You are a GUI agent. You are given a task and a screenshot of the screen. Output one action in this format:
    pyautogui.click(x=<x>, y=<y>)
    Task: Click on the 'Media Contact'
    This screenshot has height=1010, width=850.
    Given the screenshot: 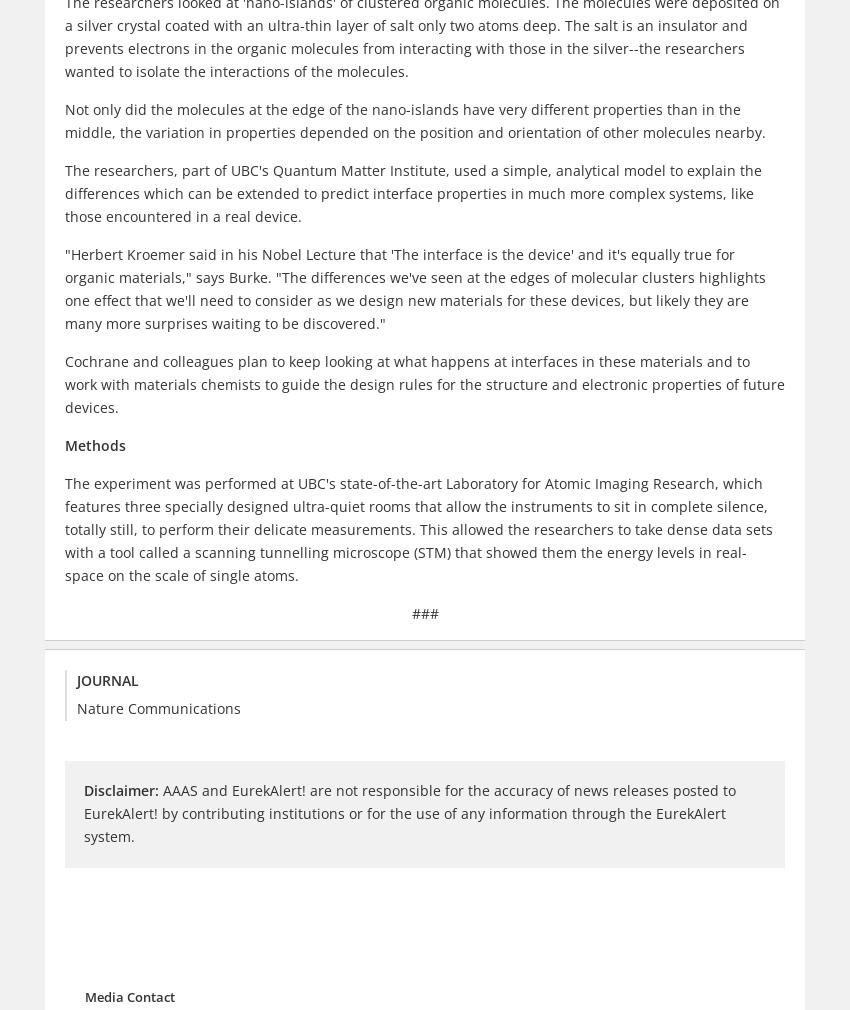 What is the action you would take?
    pyautogui.click(x=85, y=995)
    